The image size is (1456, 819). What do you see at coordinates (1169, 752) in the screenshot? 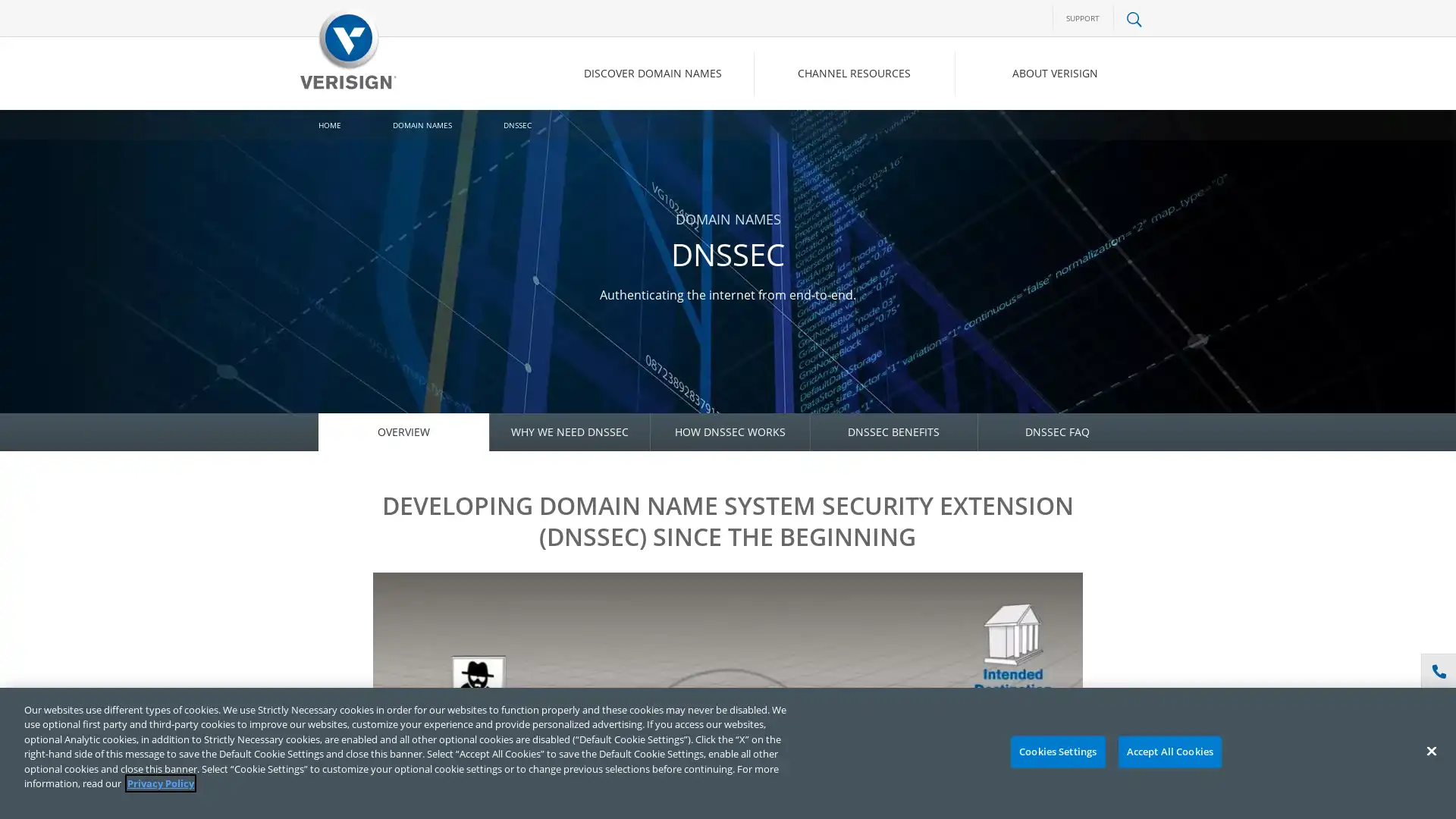
I see `Accept All Cookies` at bounding box center [1169, 752].